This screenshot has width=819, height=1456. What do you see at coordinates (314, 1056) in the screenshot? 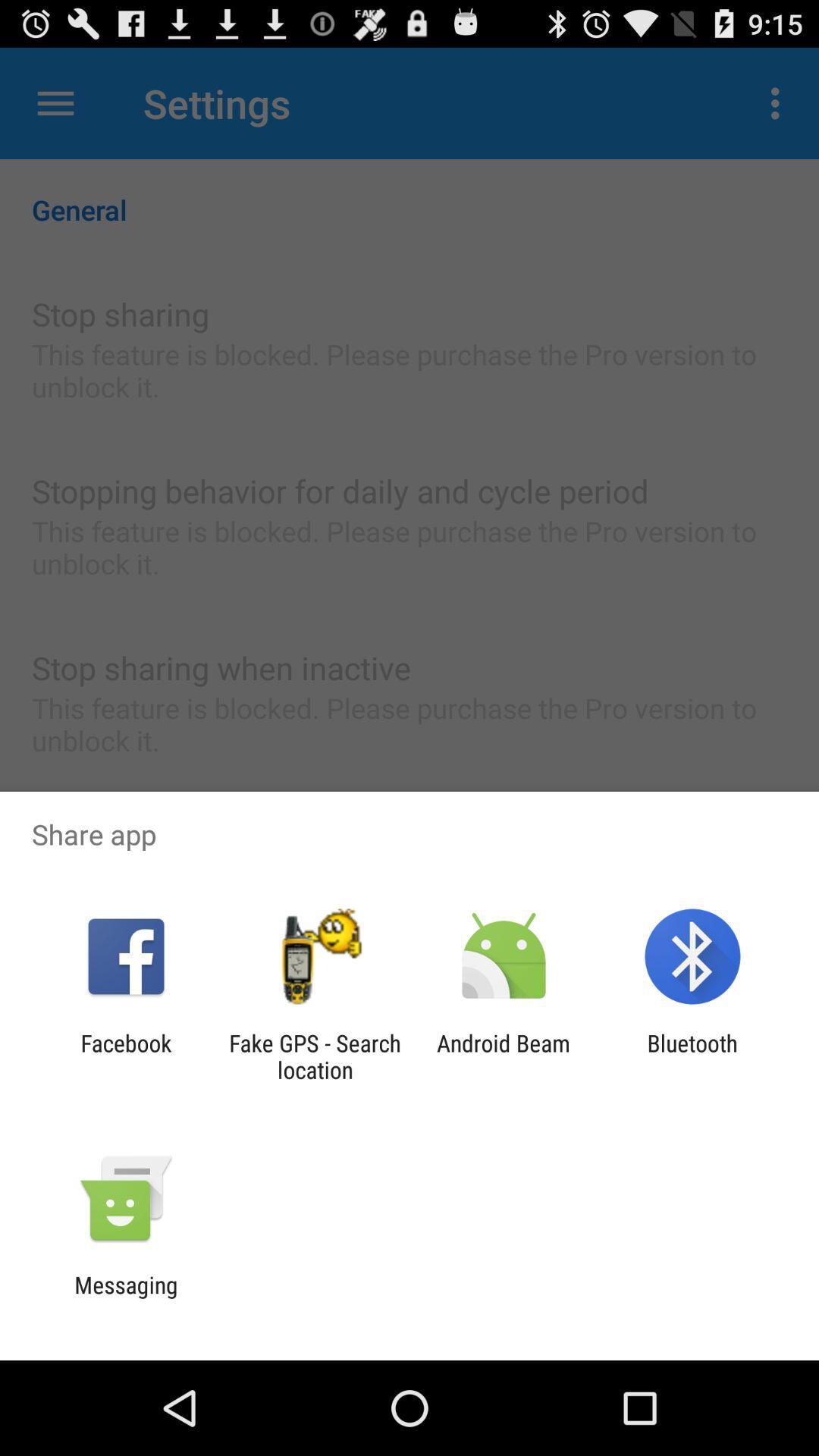
I see `the item to the right of the facebook item` at bounding box center [314, 1056].